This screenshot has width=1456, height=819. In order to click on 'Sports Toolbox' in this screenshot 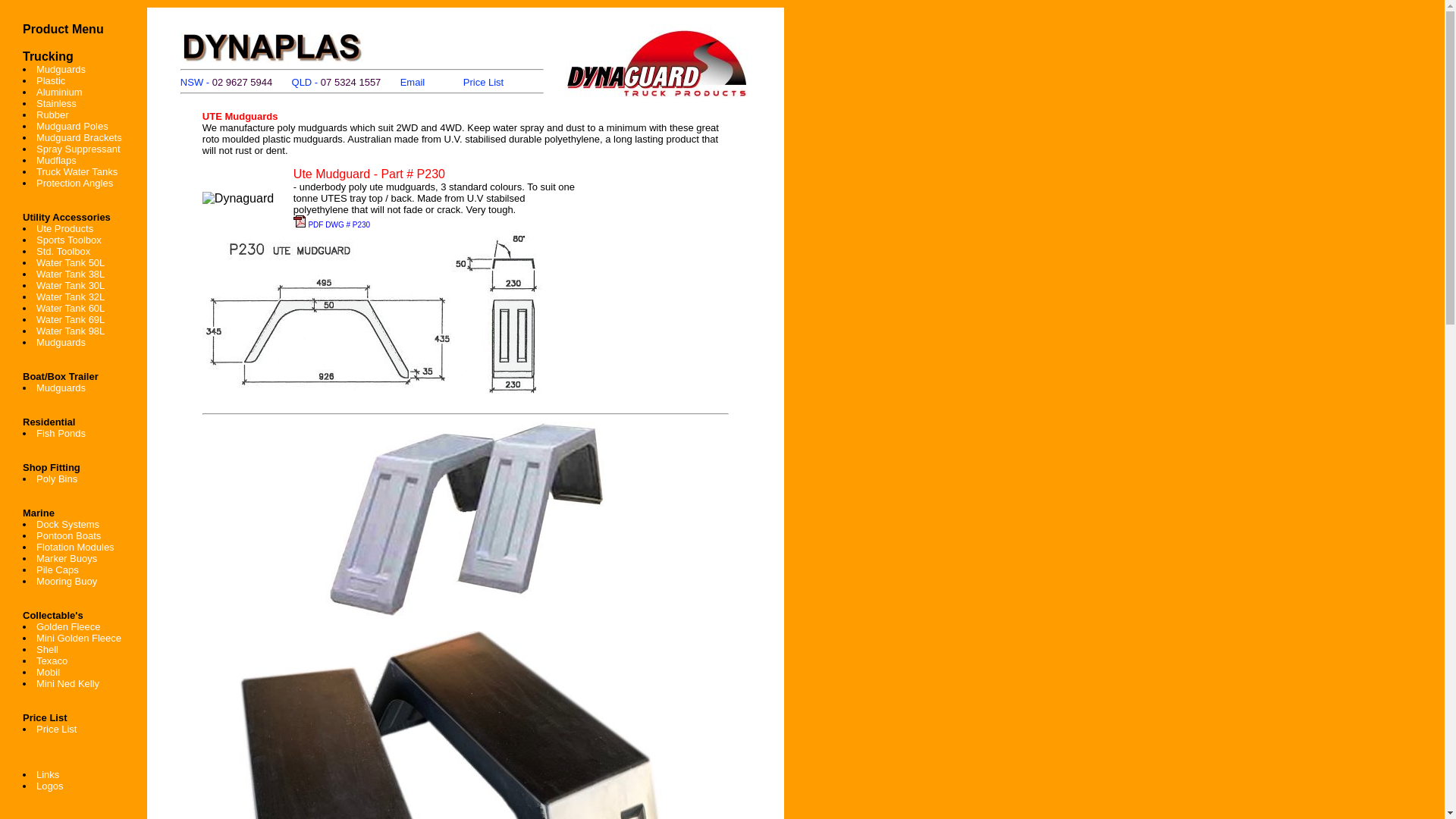, I will do `click(36, 239)`.